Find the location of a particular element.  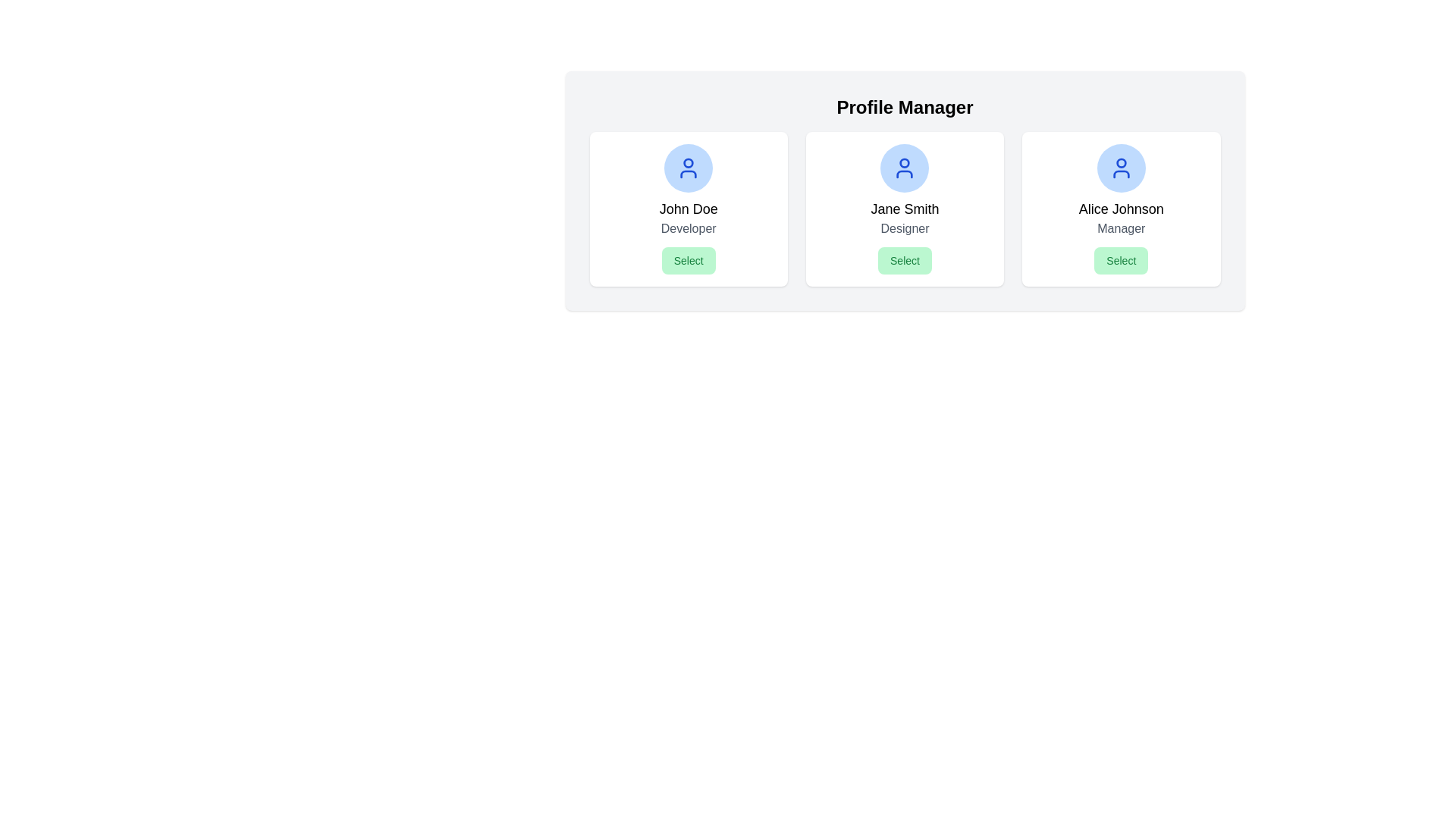

the static text element that displays the name of the individual in the second profile card from the left, positioned centrally between the profile picture and the role text 'Designer' is located at coordinates (905, 209).